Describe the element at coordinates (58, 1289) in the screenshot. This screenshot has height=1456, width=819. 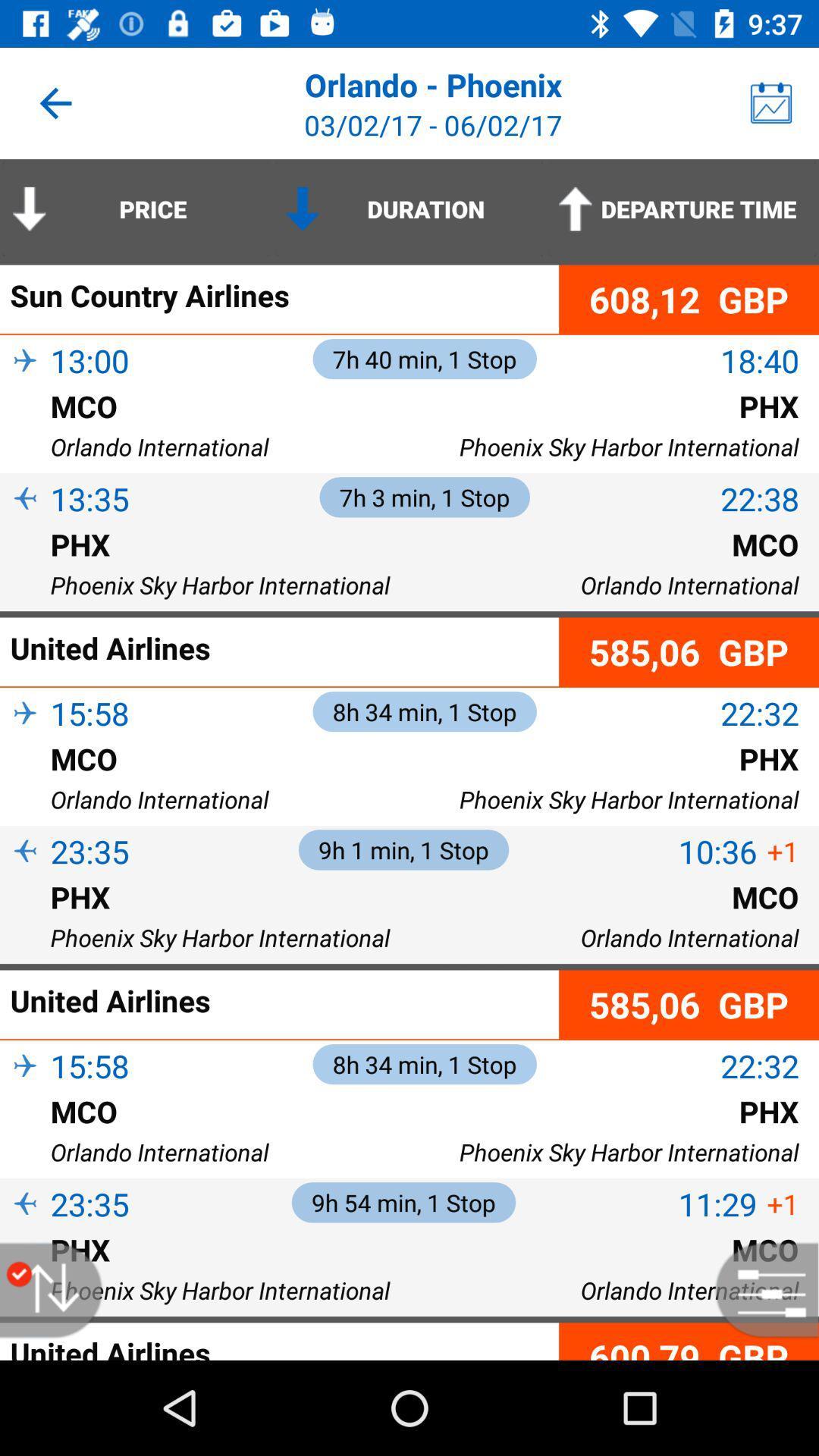
I see `the swap icon` at that location.